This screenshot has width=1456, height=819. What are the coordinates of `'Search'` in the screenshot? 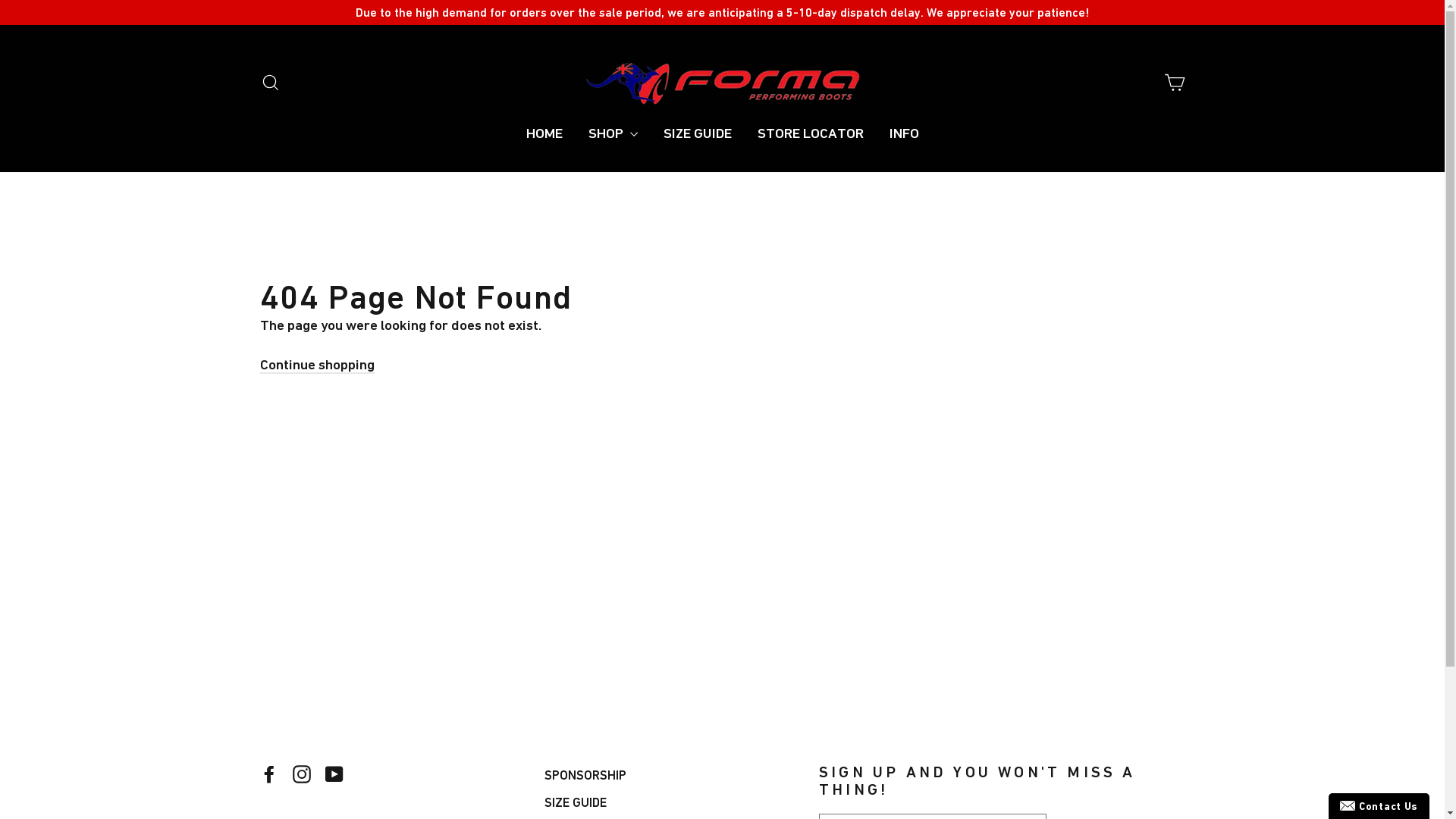 It's located at (269, 83).